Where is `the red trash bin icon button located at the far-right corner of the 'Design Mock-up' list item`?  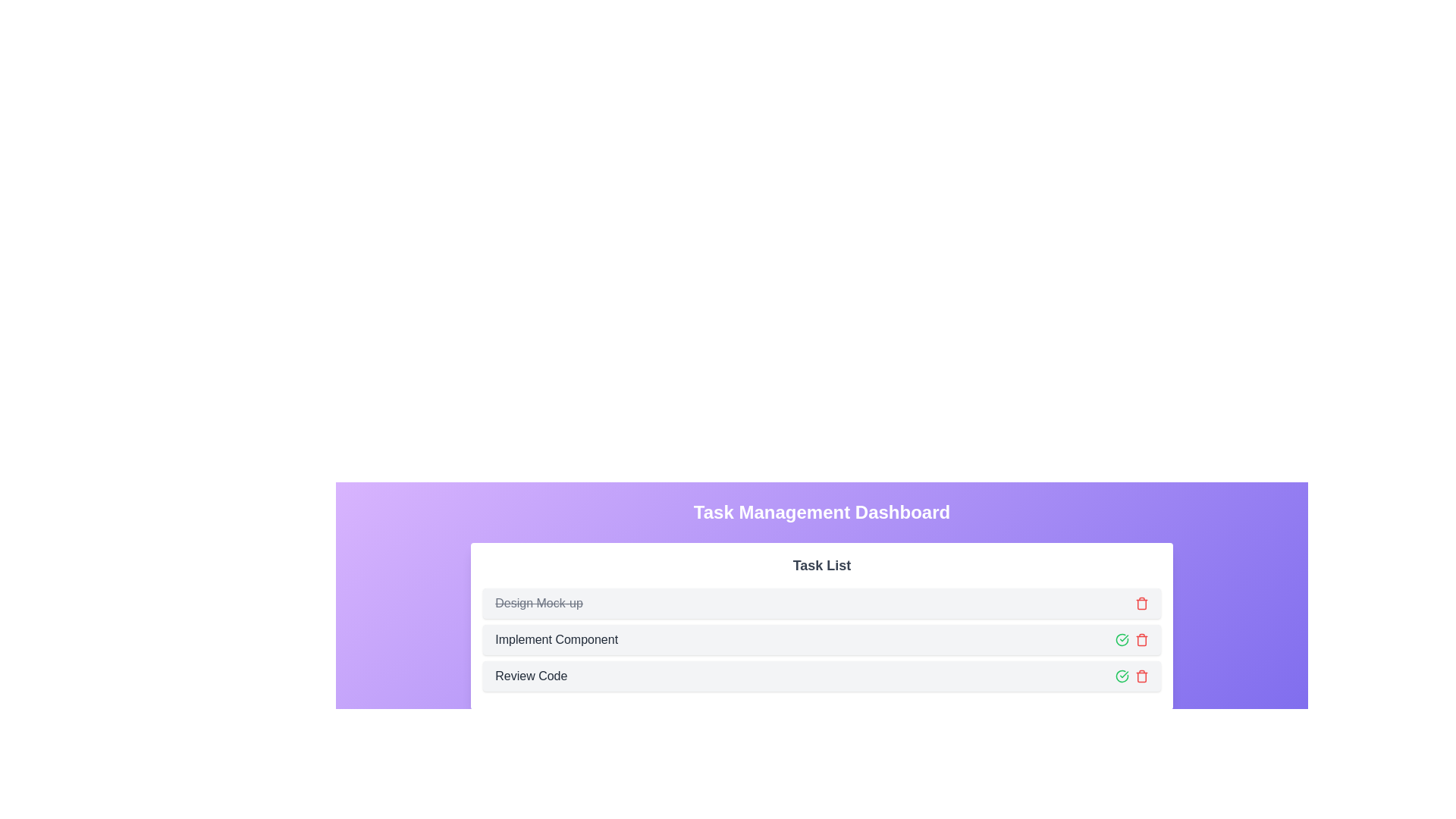 the red trash bin icon button located at the far-right corner of the 'Design Mock-up' list item is located at coordinates (1141, 602).